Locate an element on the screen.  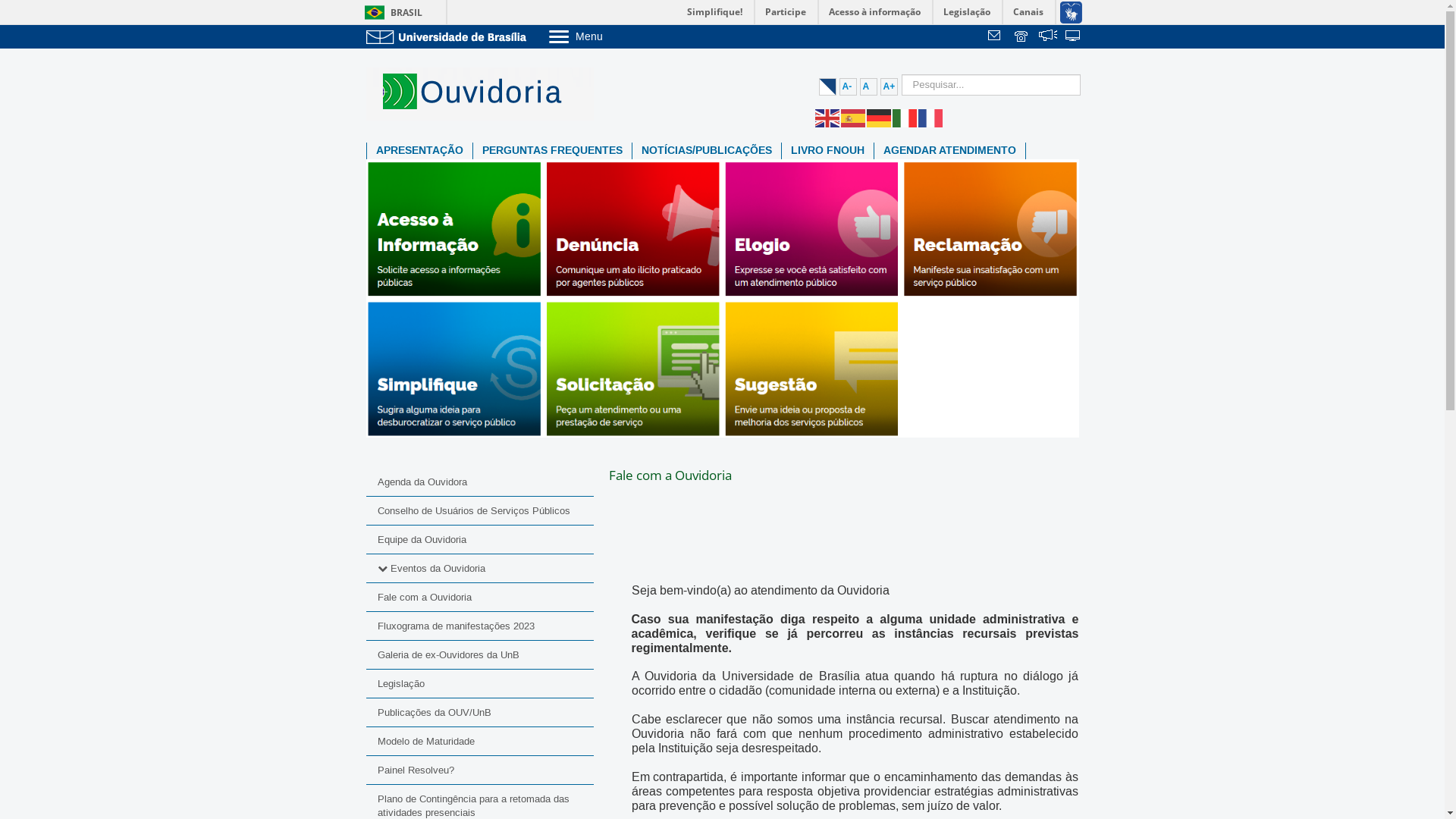
'Ir para o Portal da UnB' is located at coordinates (447, 36).